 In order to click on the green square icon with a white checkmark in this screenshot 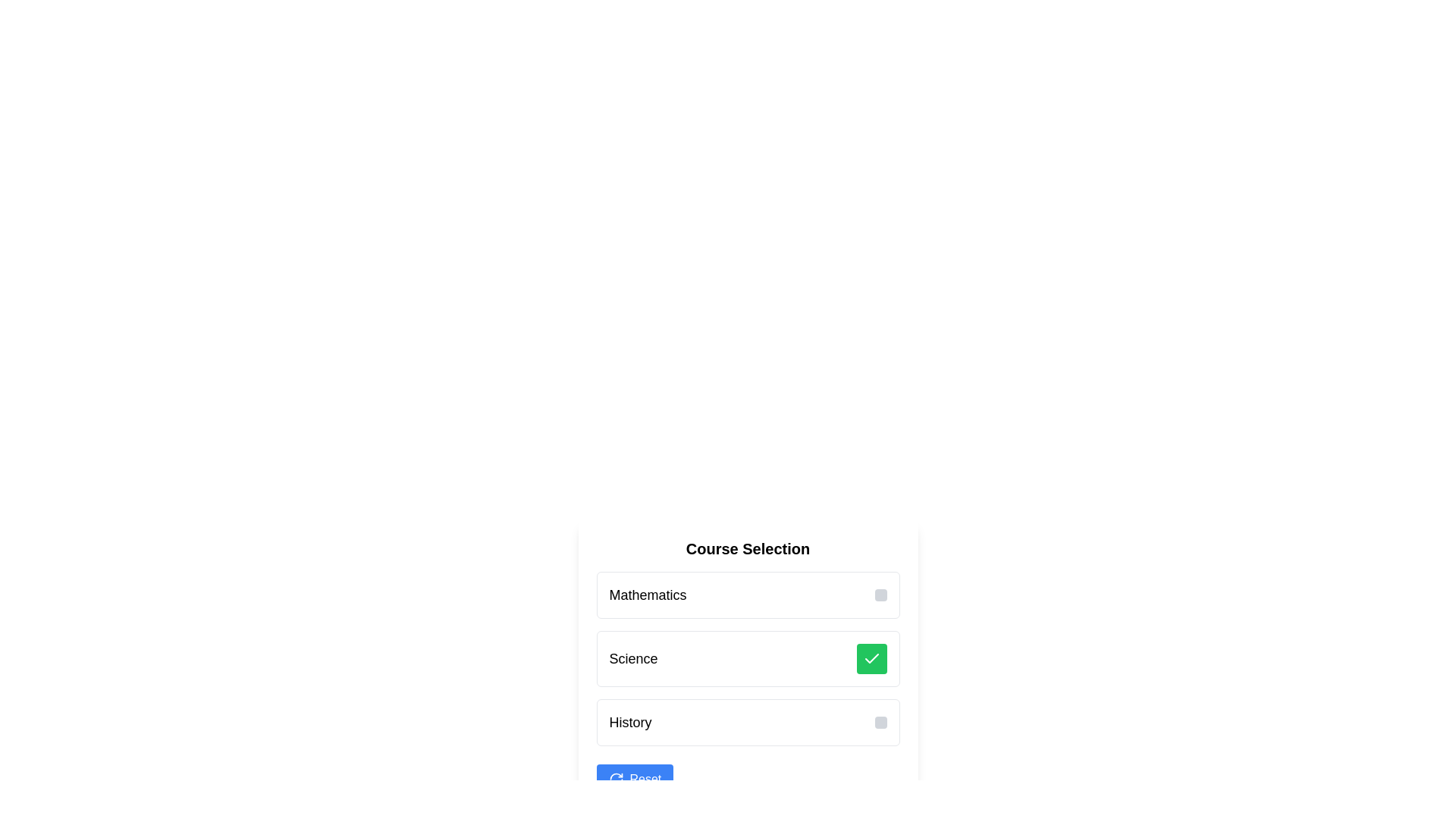, I will do `click(871, 657)`.